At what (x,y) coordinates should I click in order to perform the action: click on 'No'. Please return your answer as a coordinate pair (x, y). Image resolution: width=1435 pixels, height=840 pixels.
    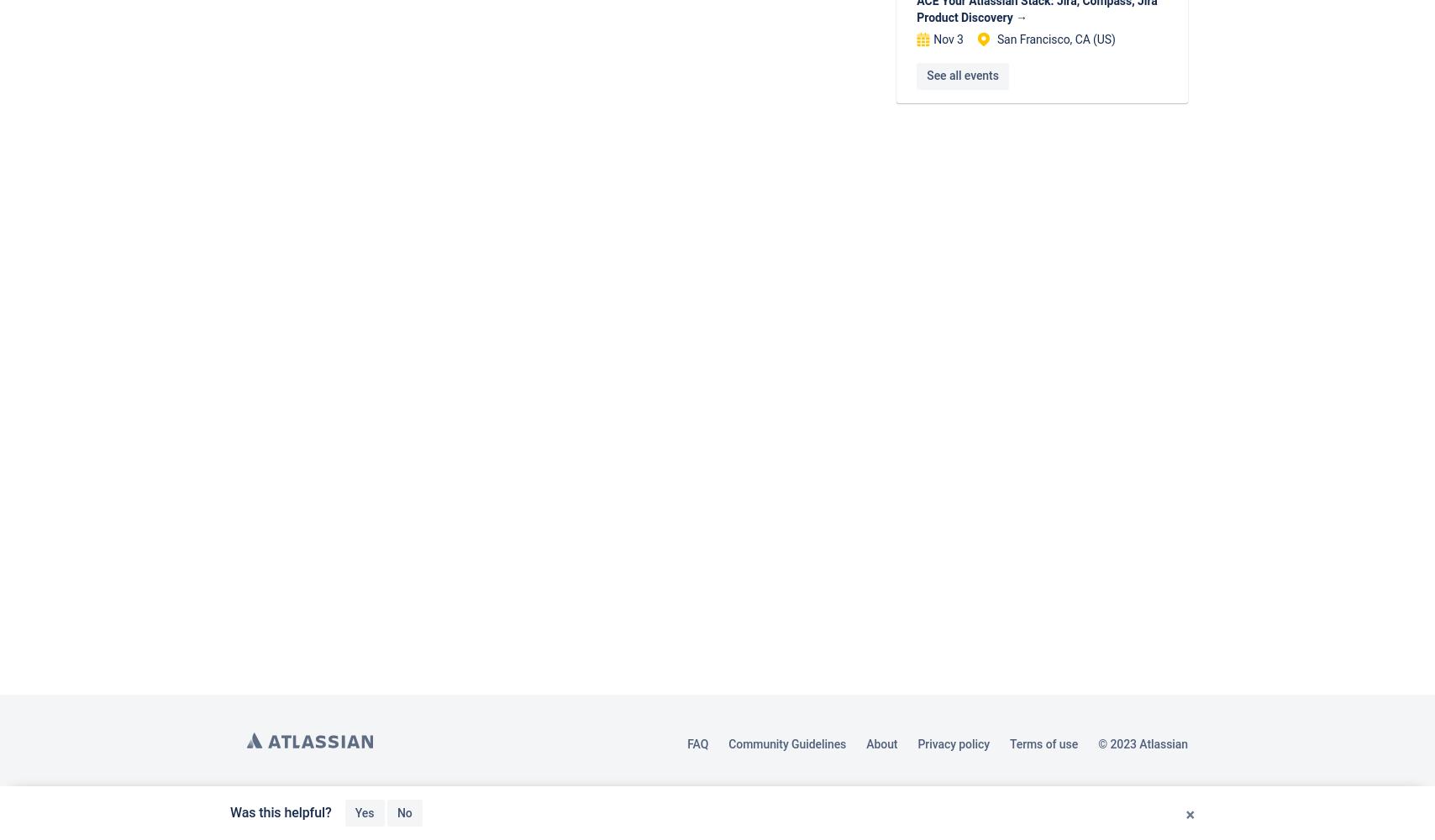
    Looking at the image, I should click on (402, 812).